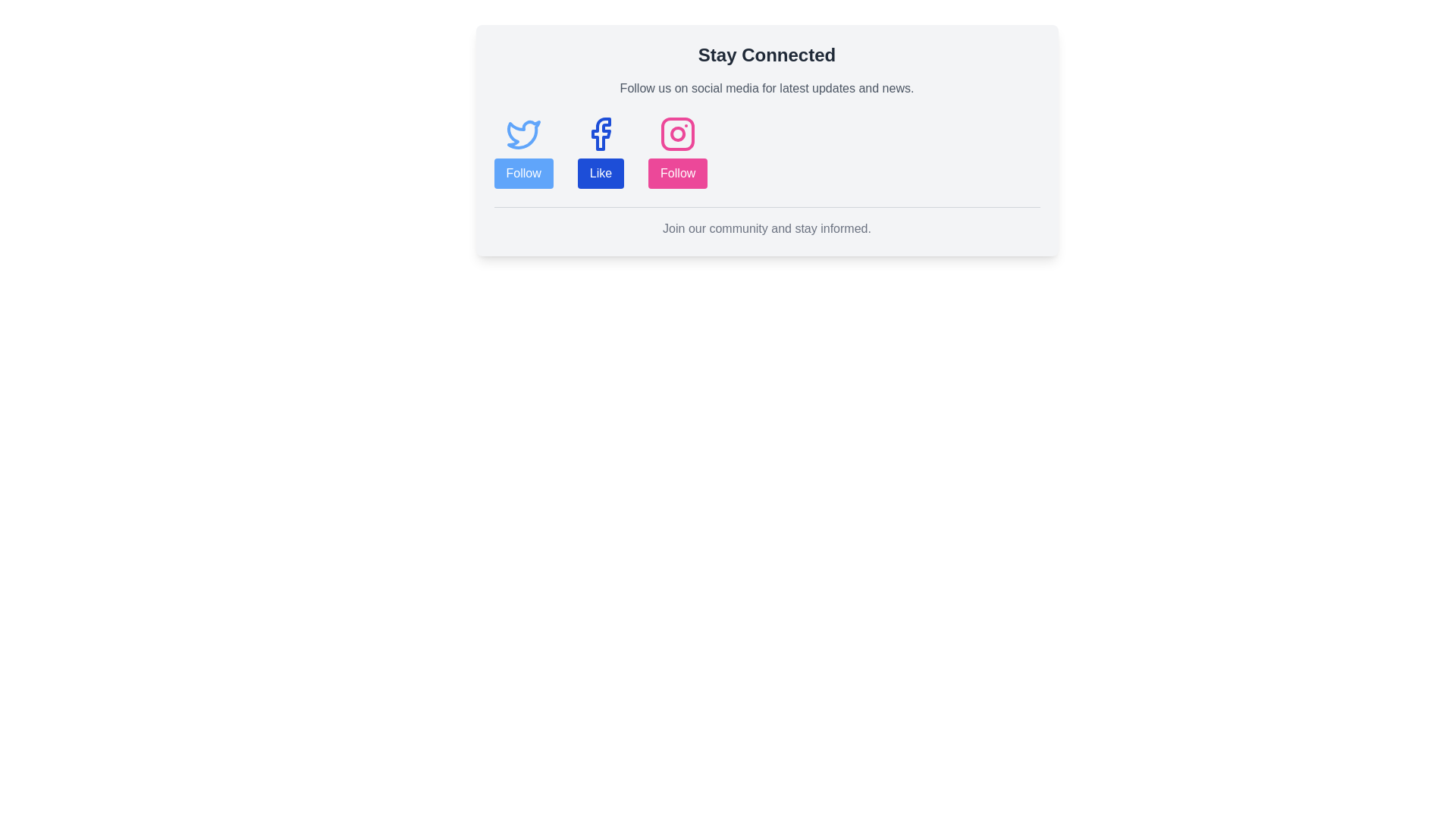  Describe the element at coordinates (600, 152) in the screenshot. I see `the blue 'Like' button featuring a Facebook logo, positioned in the center of the row of social media actions` at that location.